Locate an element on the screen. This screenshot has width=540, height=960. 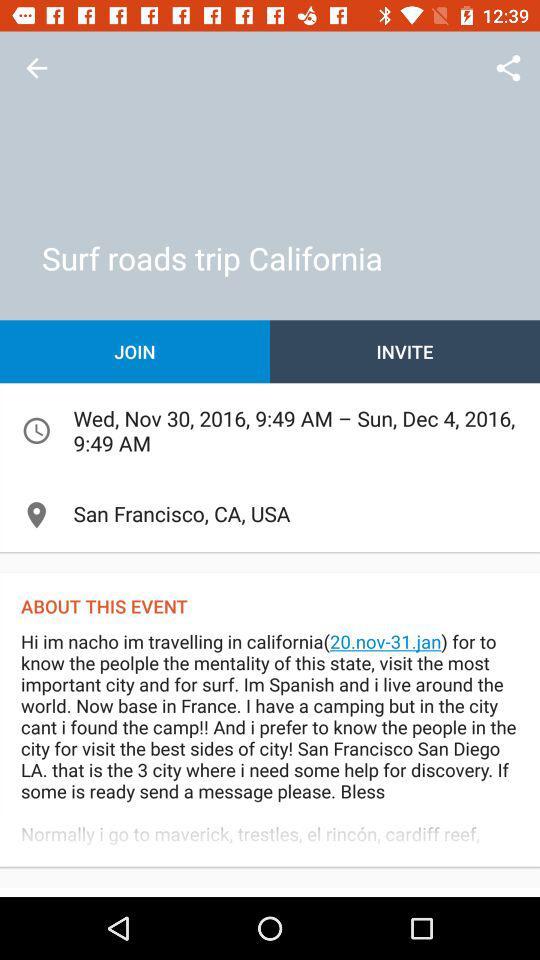
the item above the join item is located at coordinates (36, 68).